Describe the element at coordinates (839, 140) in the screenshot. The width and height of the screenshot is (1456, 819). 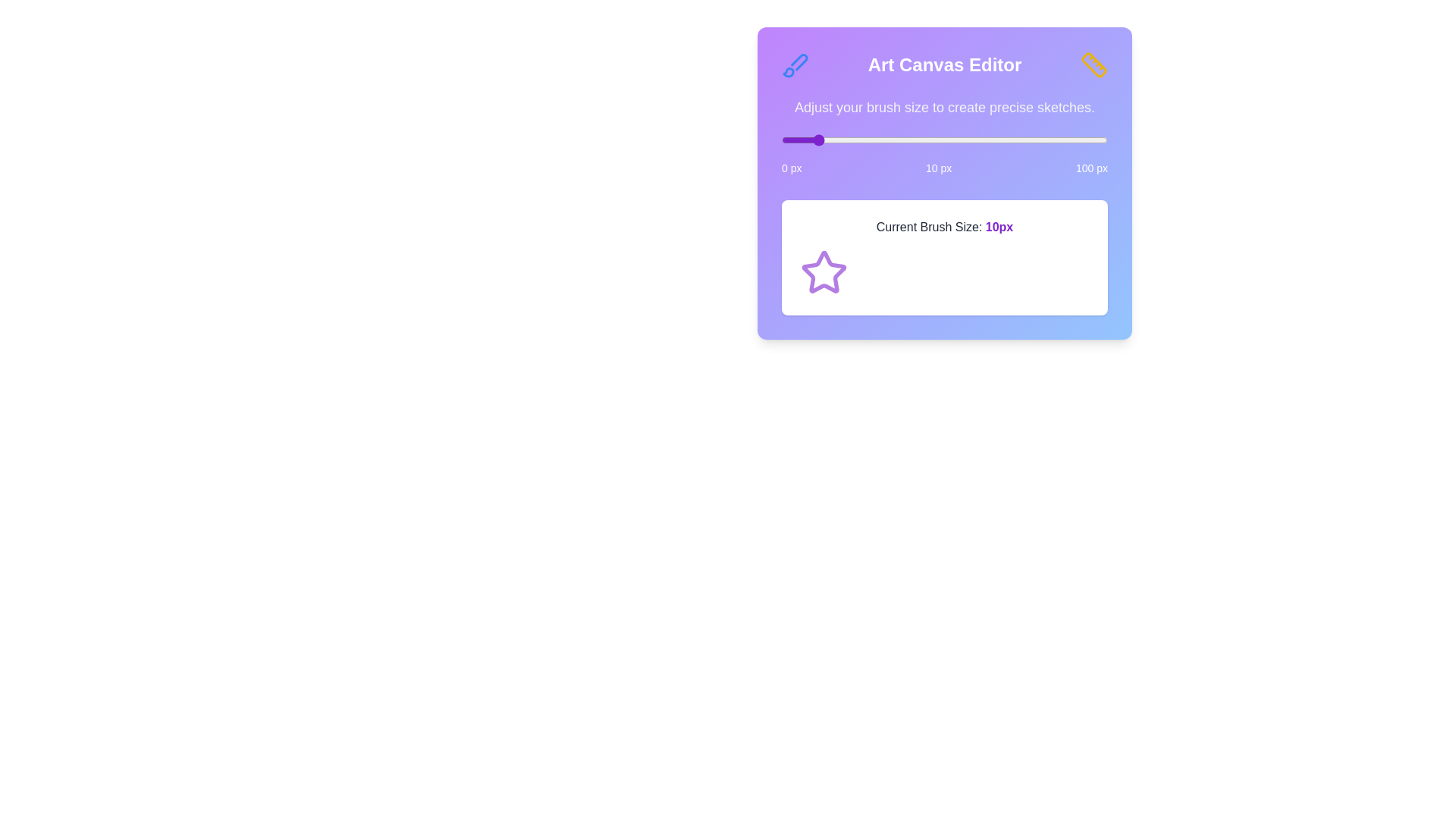
I see `the brush size slider to 18 px` at that location.